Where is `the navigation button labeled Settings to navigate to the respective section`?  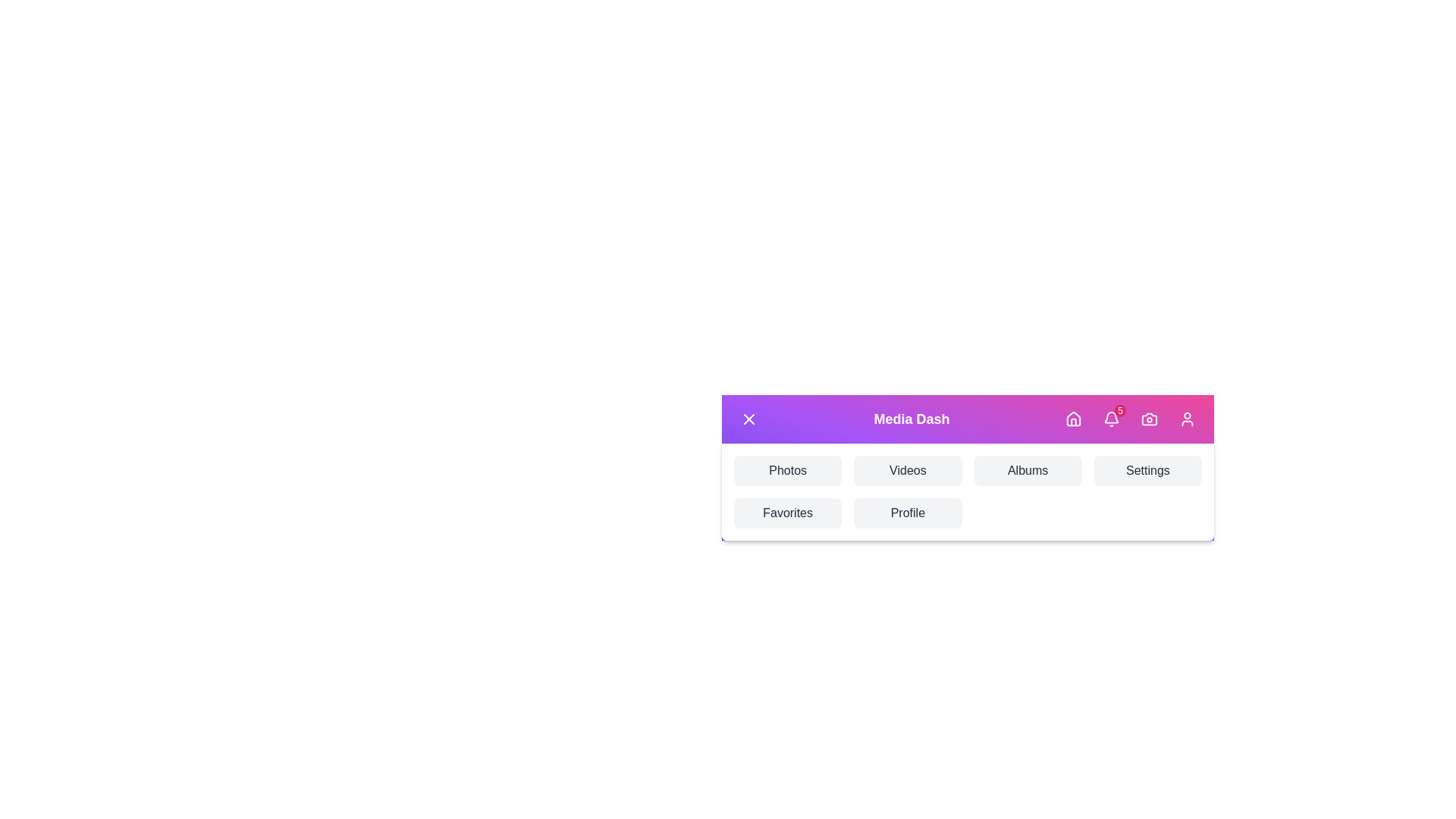
the navigation button labeled Settings to navigate to the respective section is located at coordinates (1147, 470).